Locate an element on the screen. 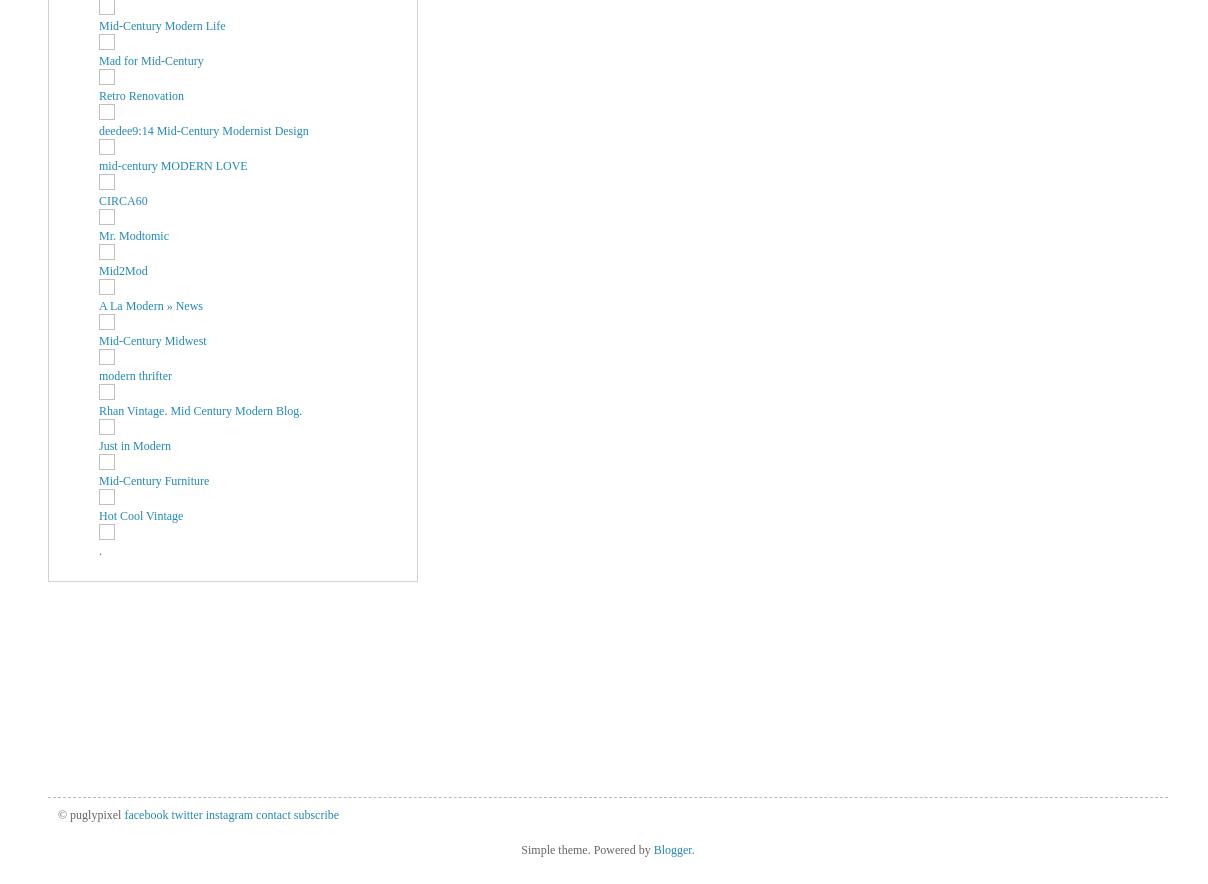  'Hot Cool Vintage' is located at coordinates (139, 514).